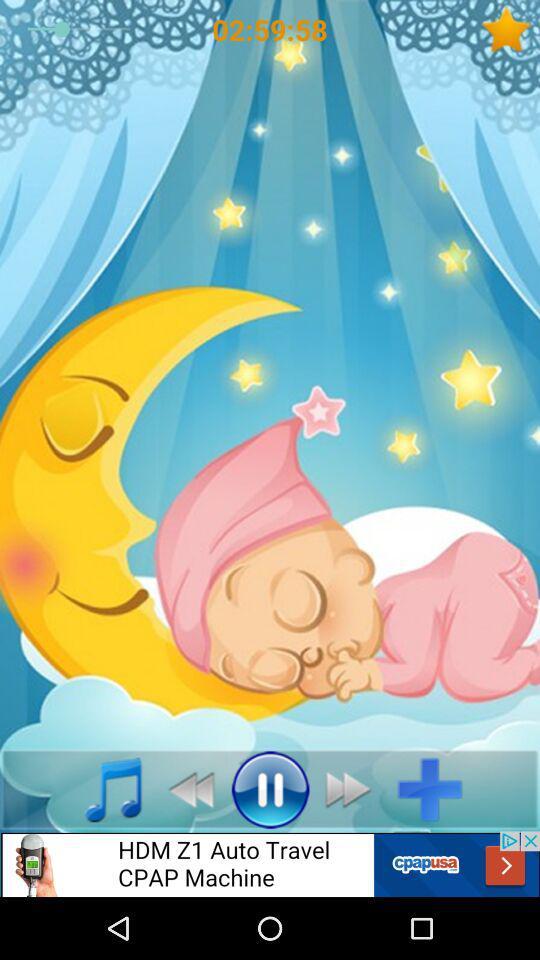  Describe the element at coordinates (353, 789) in the screenshot. I see `fast fwd` at that location.